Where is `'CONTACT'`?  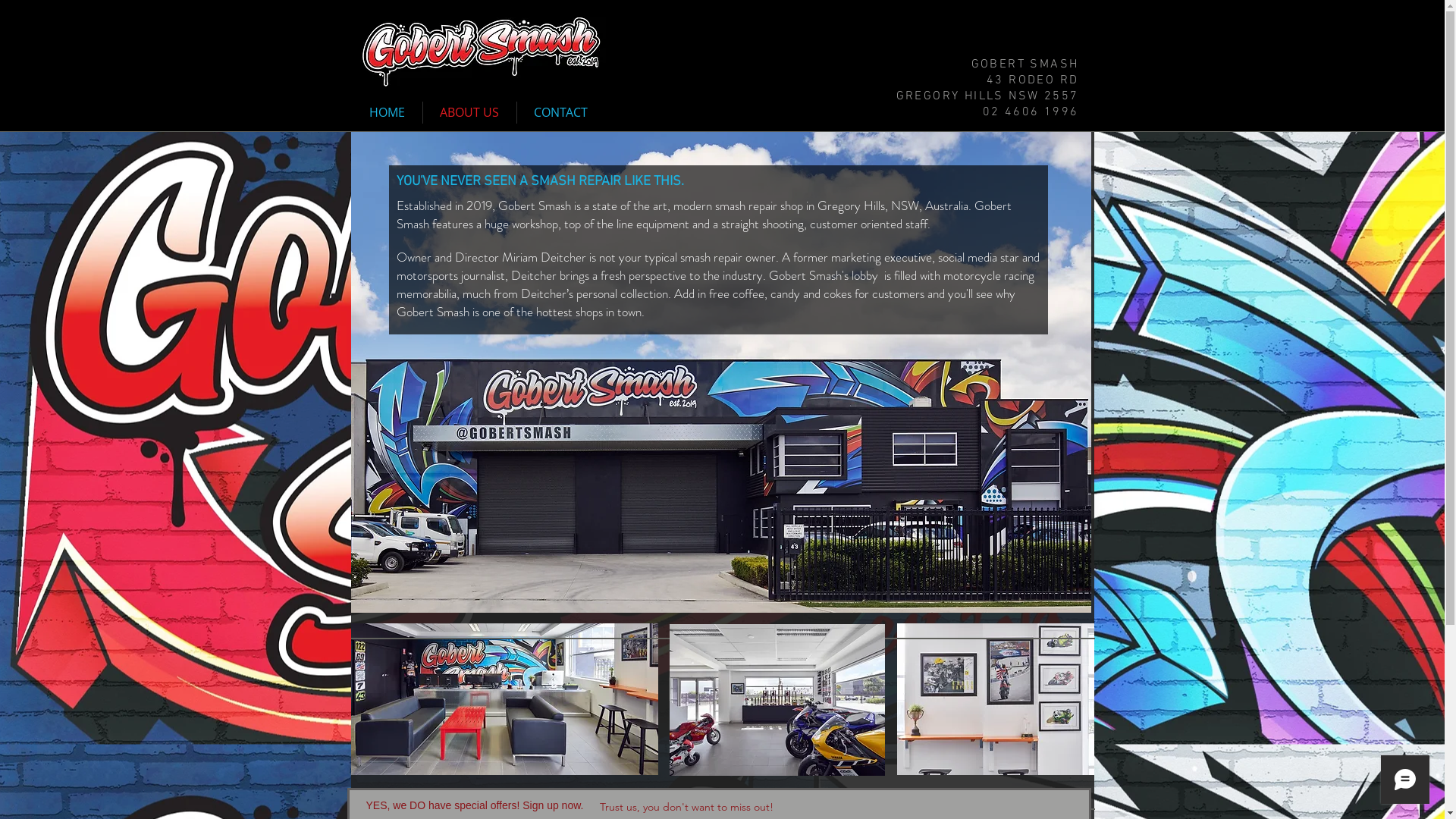 'CONTACT' is located at coordinates (560, 111).